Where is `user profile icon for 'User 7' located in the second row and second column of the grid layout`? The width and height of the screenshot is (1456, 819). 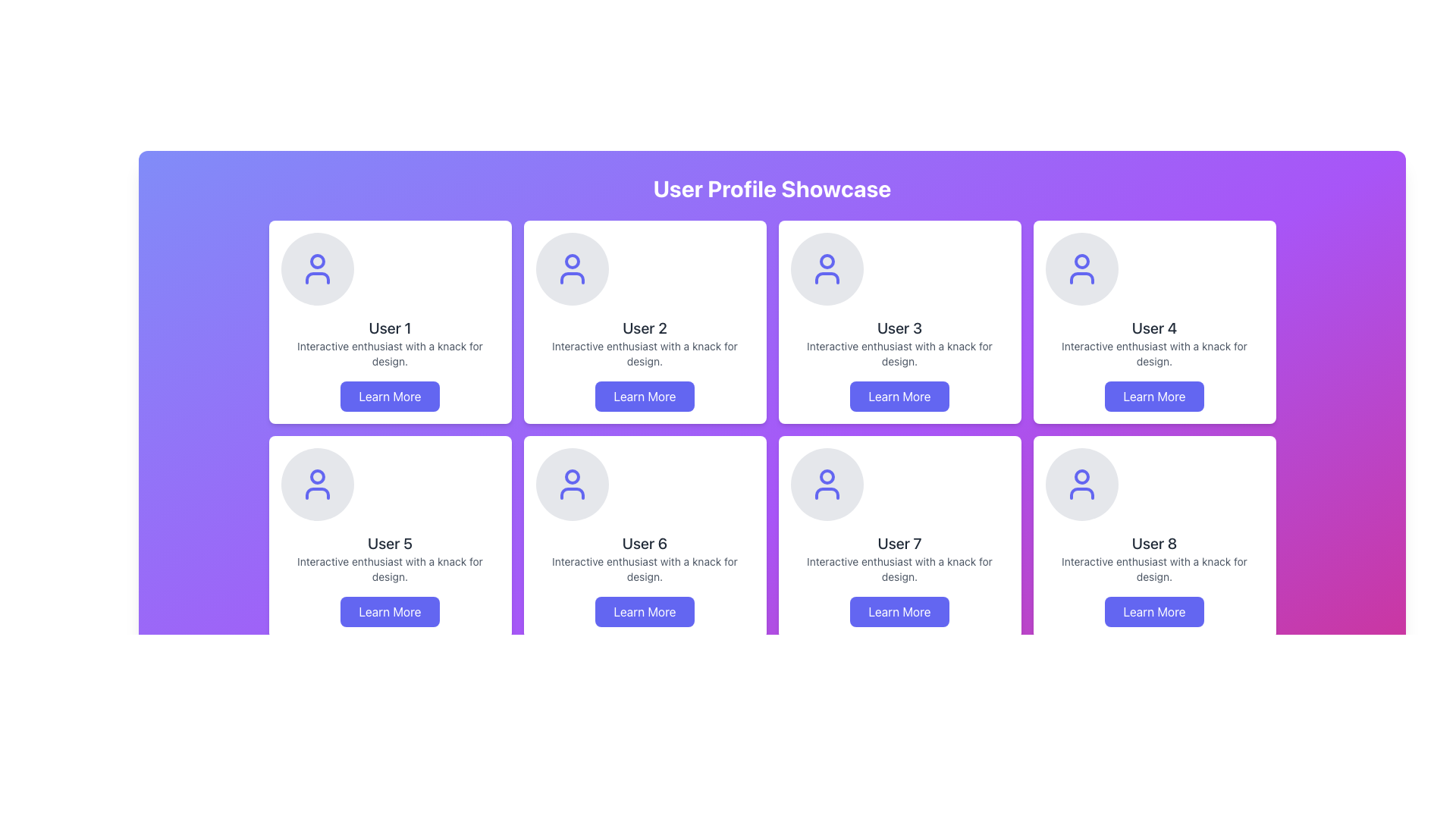
user profile icon for 'User 7' located in the second row and second column of the grid layout is located at coordinates (826, 485).